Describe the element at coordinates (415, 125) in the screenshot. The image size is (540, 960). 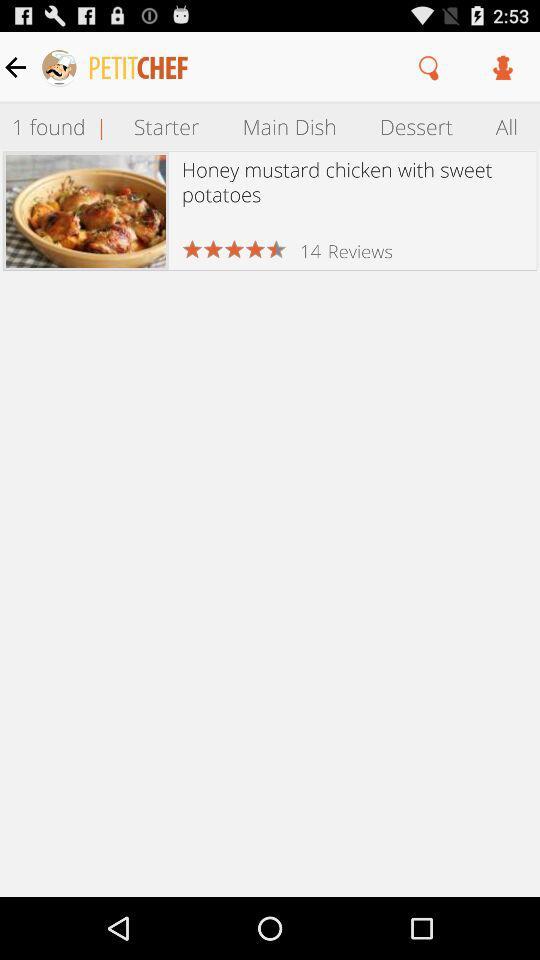
I see `icon above honey mustard chicken` at that location.